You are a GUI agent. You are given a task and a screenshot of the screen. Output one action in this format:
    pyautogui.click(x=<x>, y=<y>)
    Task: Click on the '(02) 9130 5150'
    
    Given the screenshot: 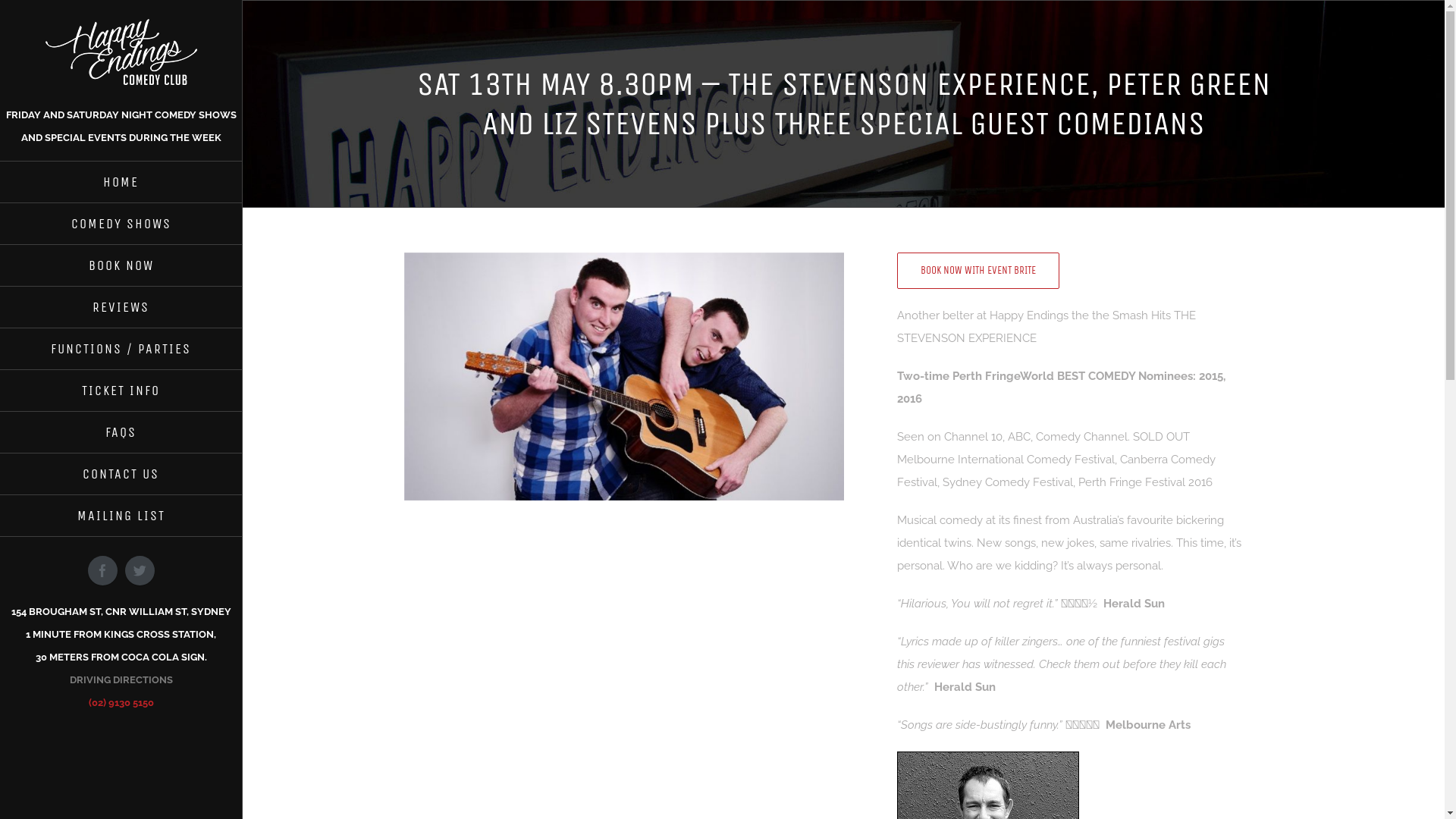 What is the action you would take?
    pyautogui.click(x=119, y=702)
    